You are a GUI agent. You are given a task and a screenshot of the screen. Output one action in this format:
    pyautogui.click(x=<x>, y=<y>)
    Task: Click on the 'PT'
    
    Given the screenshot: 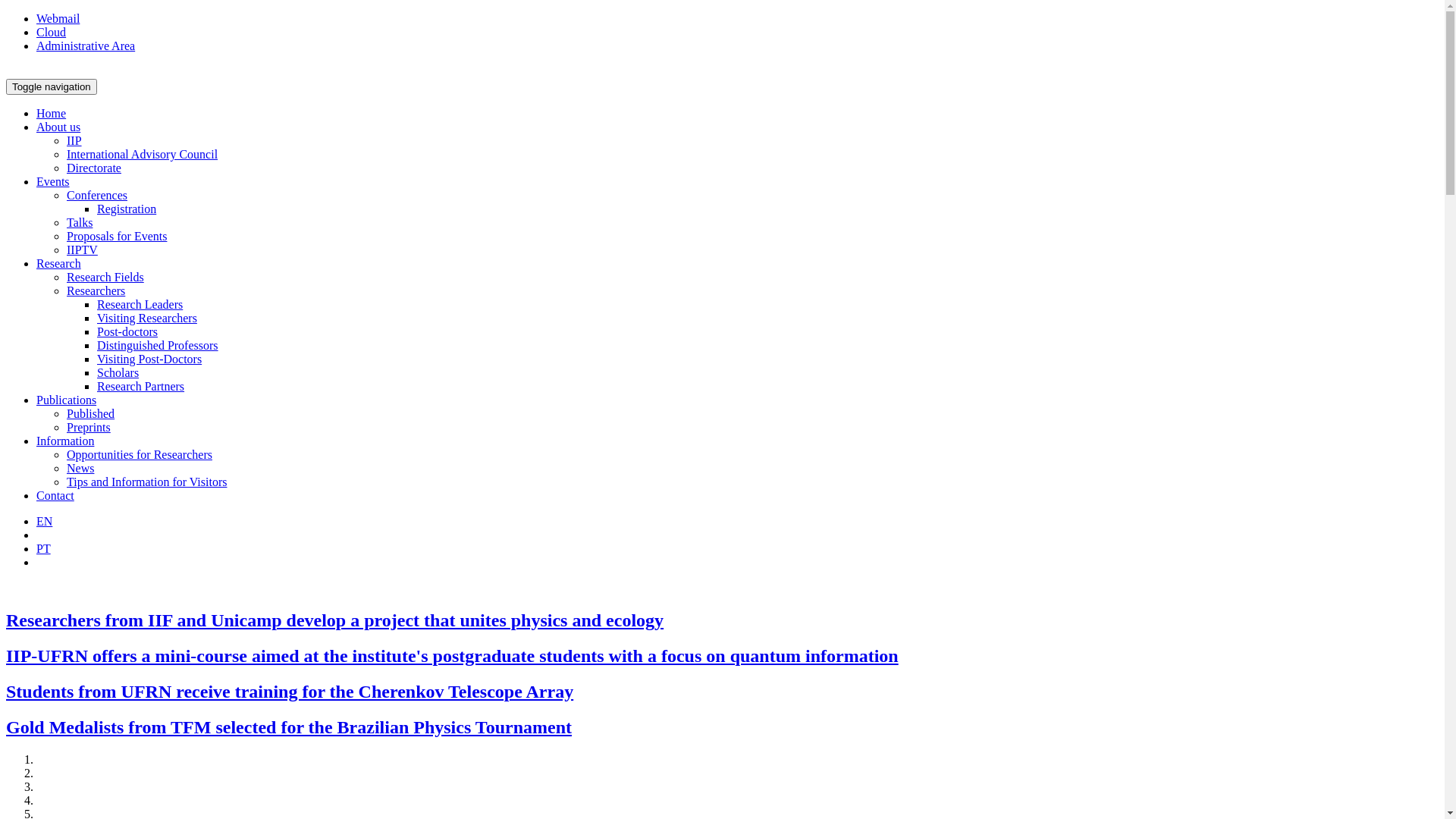 What is the action you would take?
    pyautogui.click(x=43, y=548)
    